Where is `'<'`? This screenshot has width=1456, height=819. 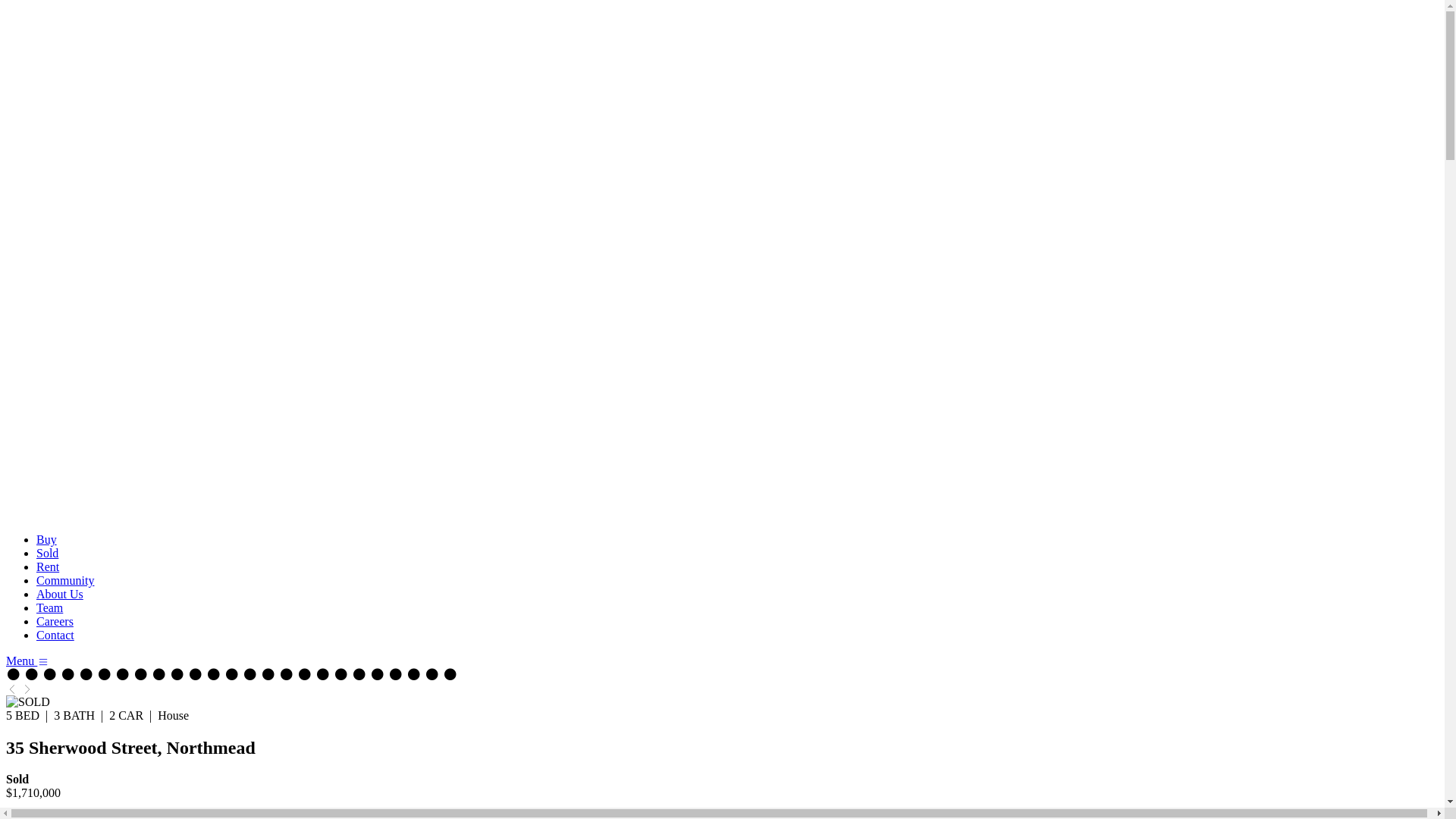
'<' is located at coordinates (6, 688).